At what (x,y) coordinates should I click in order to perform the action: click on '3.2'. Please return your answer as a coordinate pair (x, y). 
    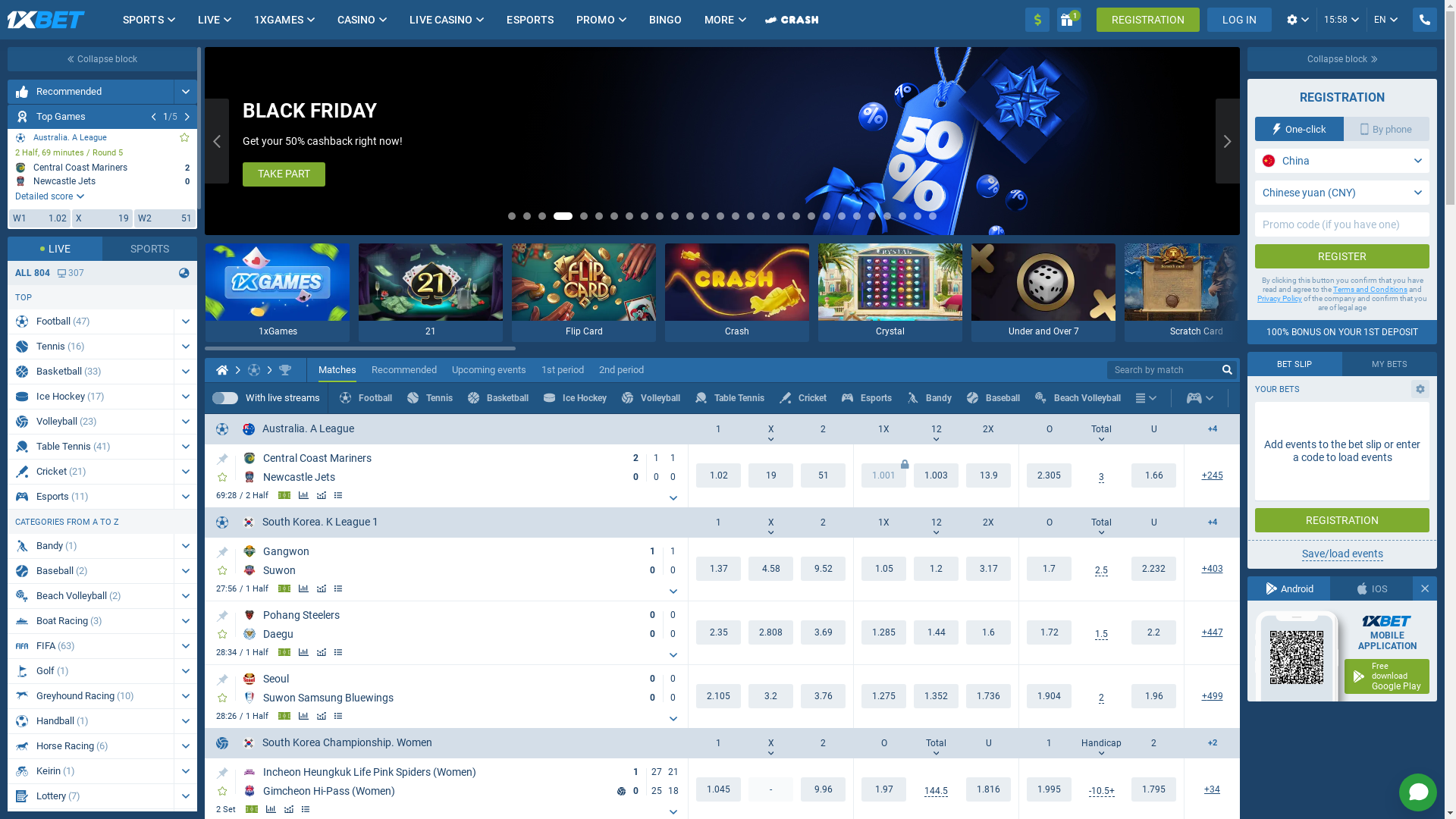
    Looking at the image, I should click on (770, 696).